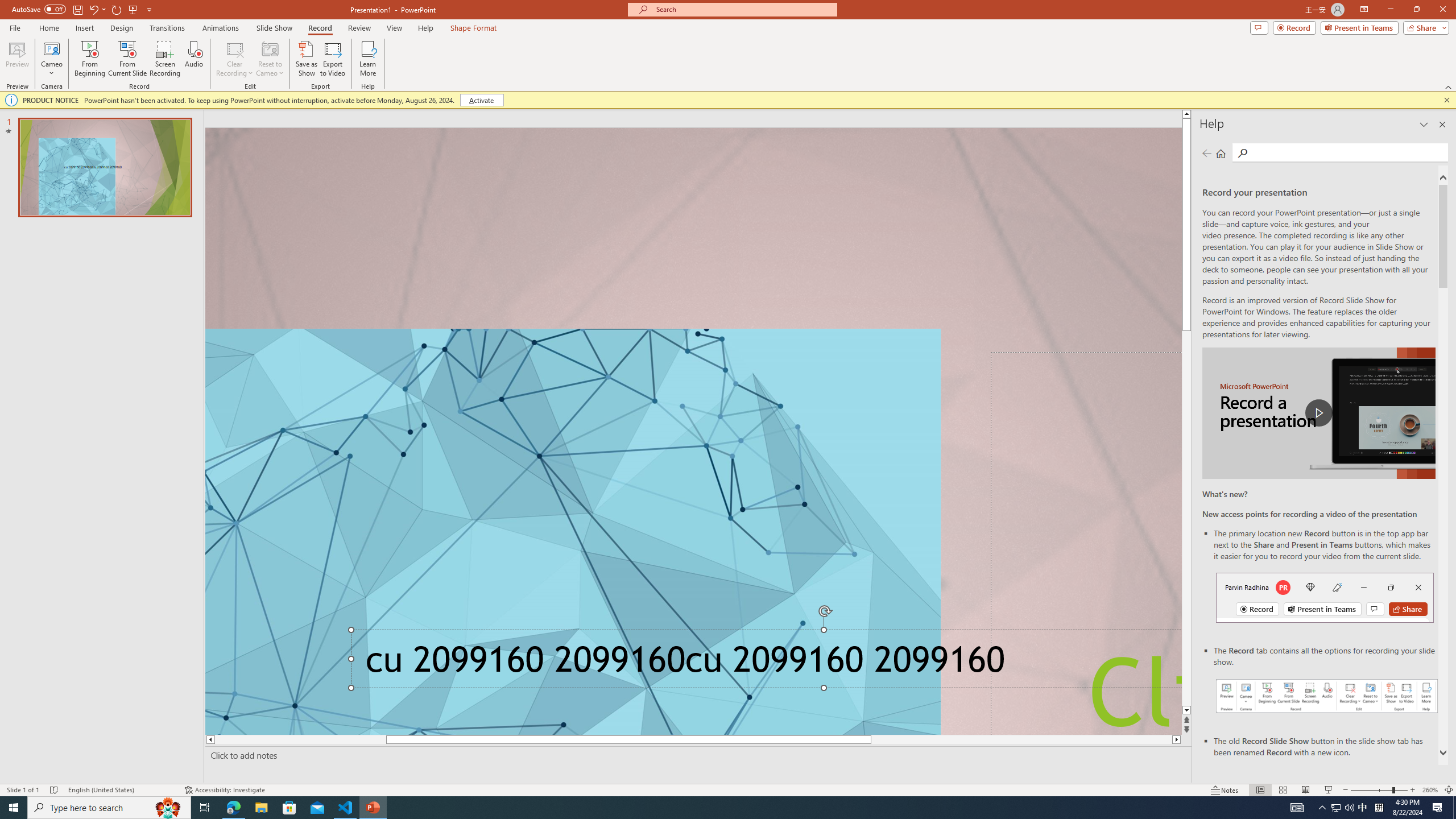 The width and height of the screenshot is (1456, 819). What do you see at coordinates (269, 59) in the screenshot?
I see `'Reset to Cameo'` at bounding box center [269, 59].